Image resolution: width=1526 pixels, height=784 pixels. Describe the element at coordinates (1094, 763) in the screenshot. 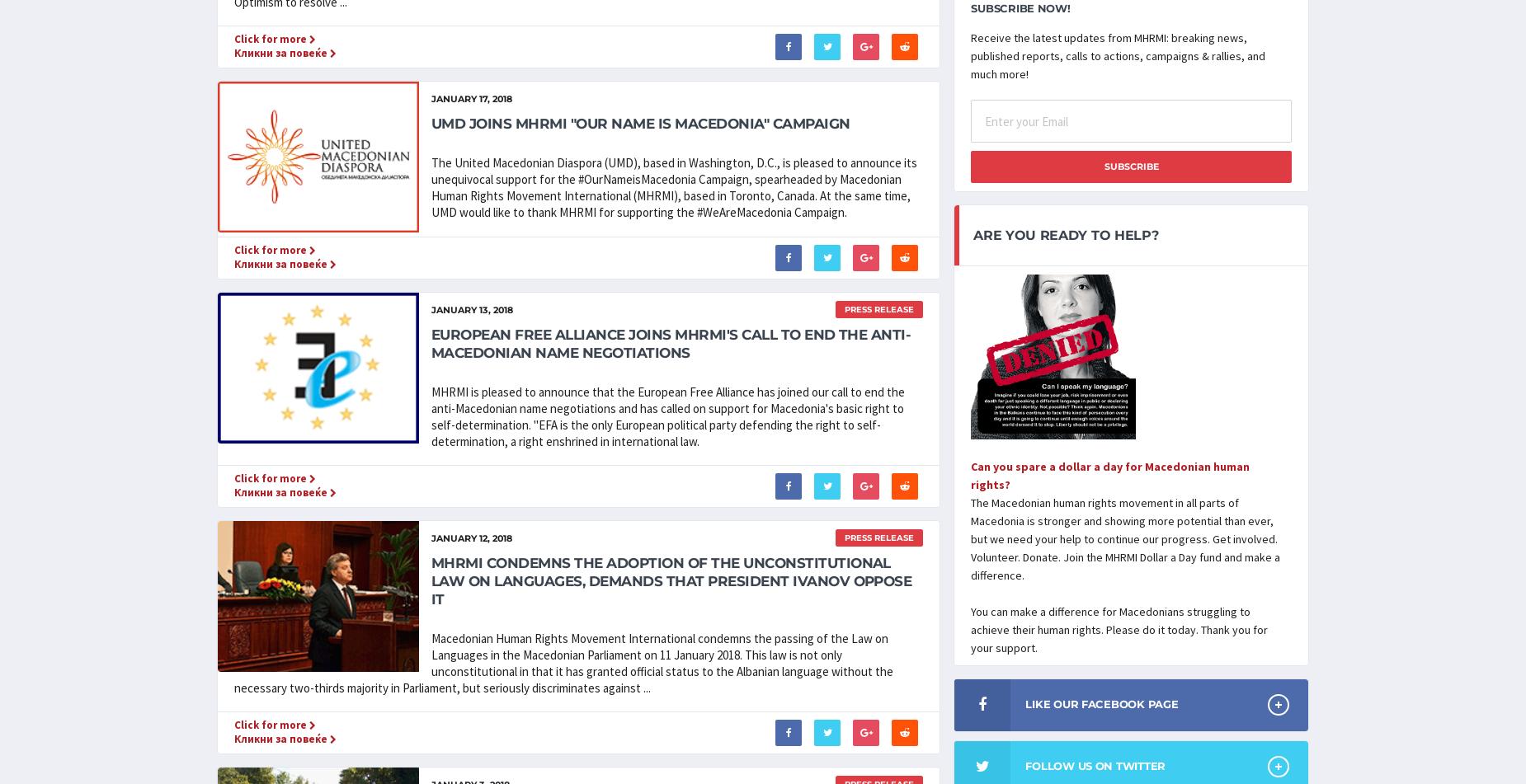

I see `'Follow Us on Twitter'` at that location.